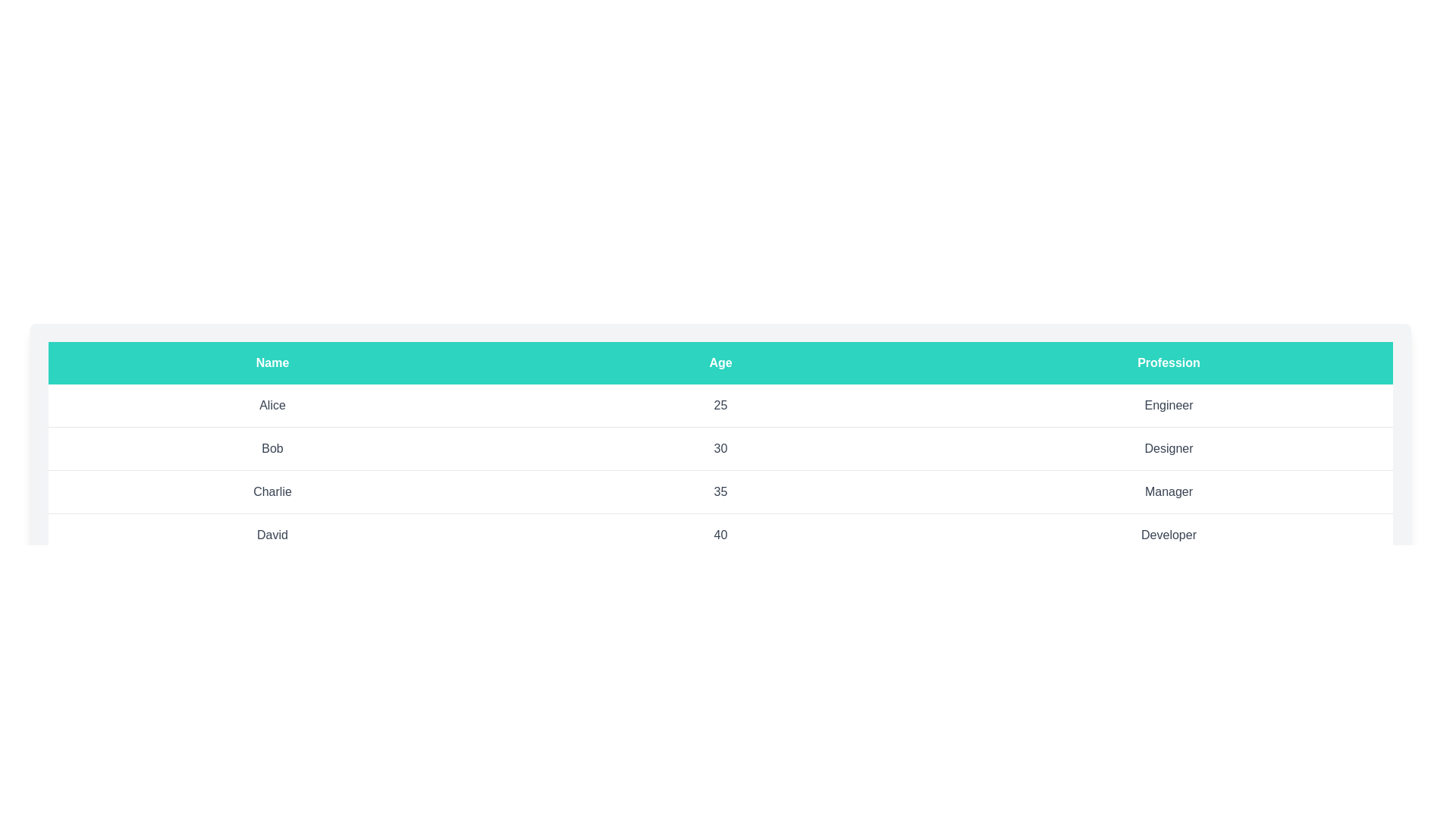 Image resolution: width=1456 pixels, height=819 pixels. Describe the element at coordinates (272, 534) in the screenshot. I see `the Text element displaying the name 'David' in the leftmost column of the last row of the table, which is aligned with '40' and 'Developer'` at that location.